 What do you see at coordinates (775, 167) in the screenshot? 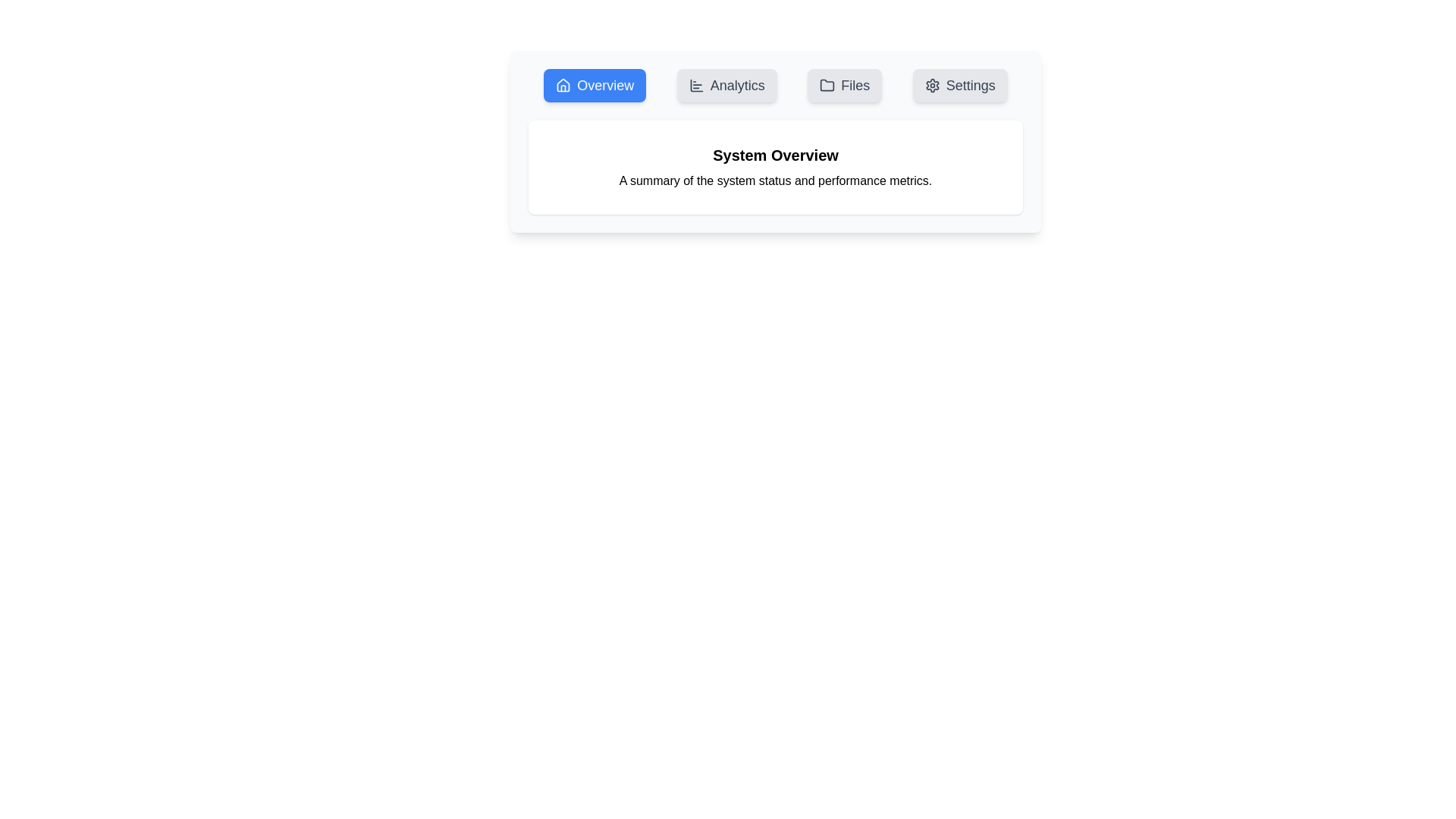
I see `the 'System Overview' text display section, which features a bold title and a subtitle centered within a rounded rectangle box` at bounding box center [775, 167].